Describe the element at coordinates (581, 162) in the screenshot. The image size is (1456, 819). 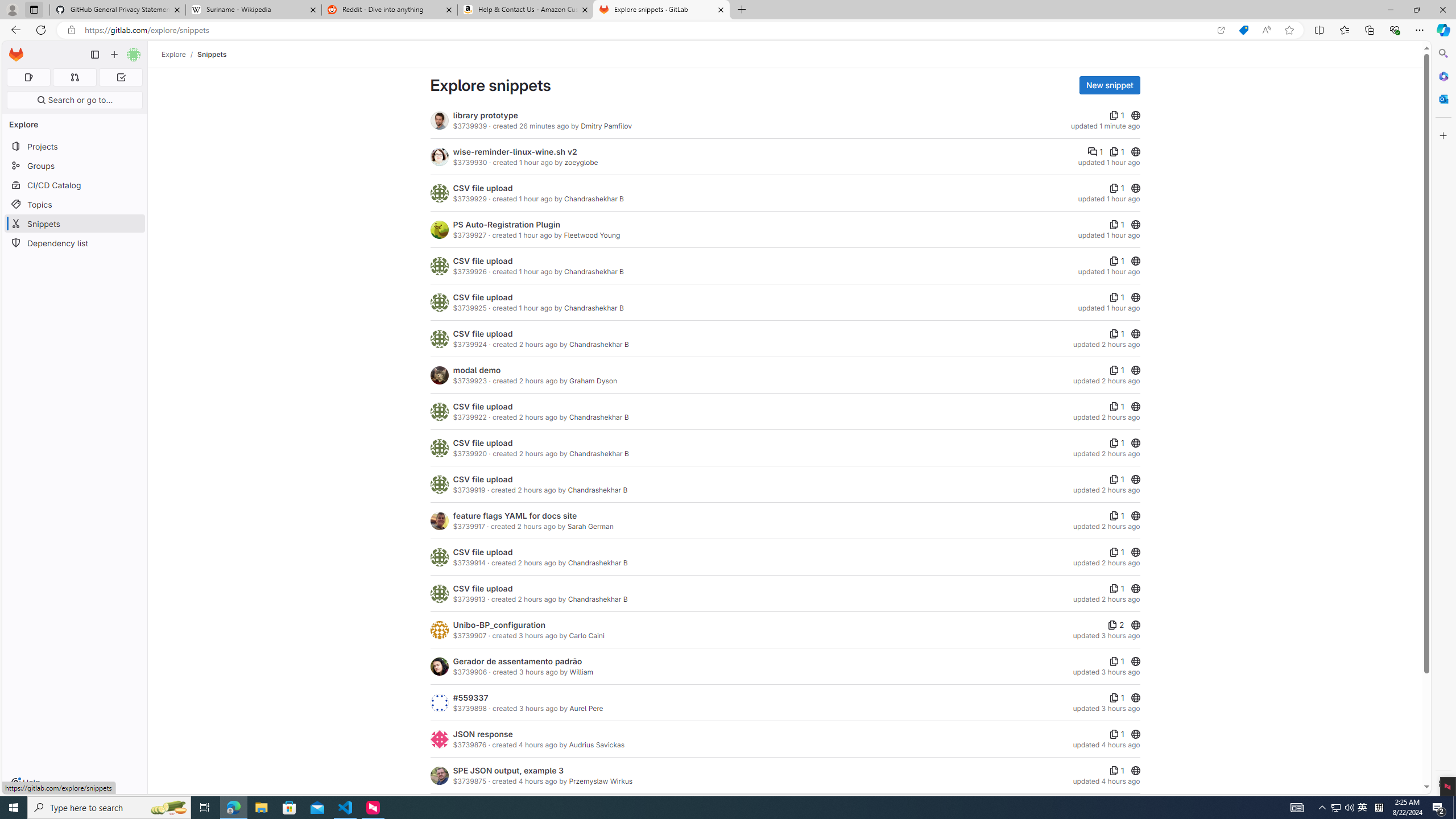
I see `'zoeyglobe'` at that location.